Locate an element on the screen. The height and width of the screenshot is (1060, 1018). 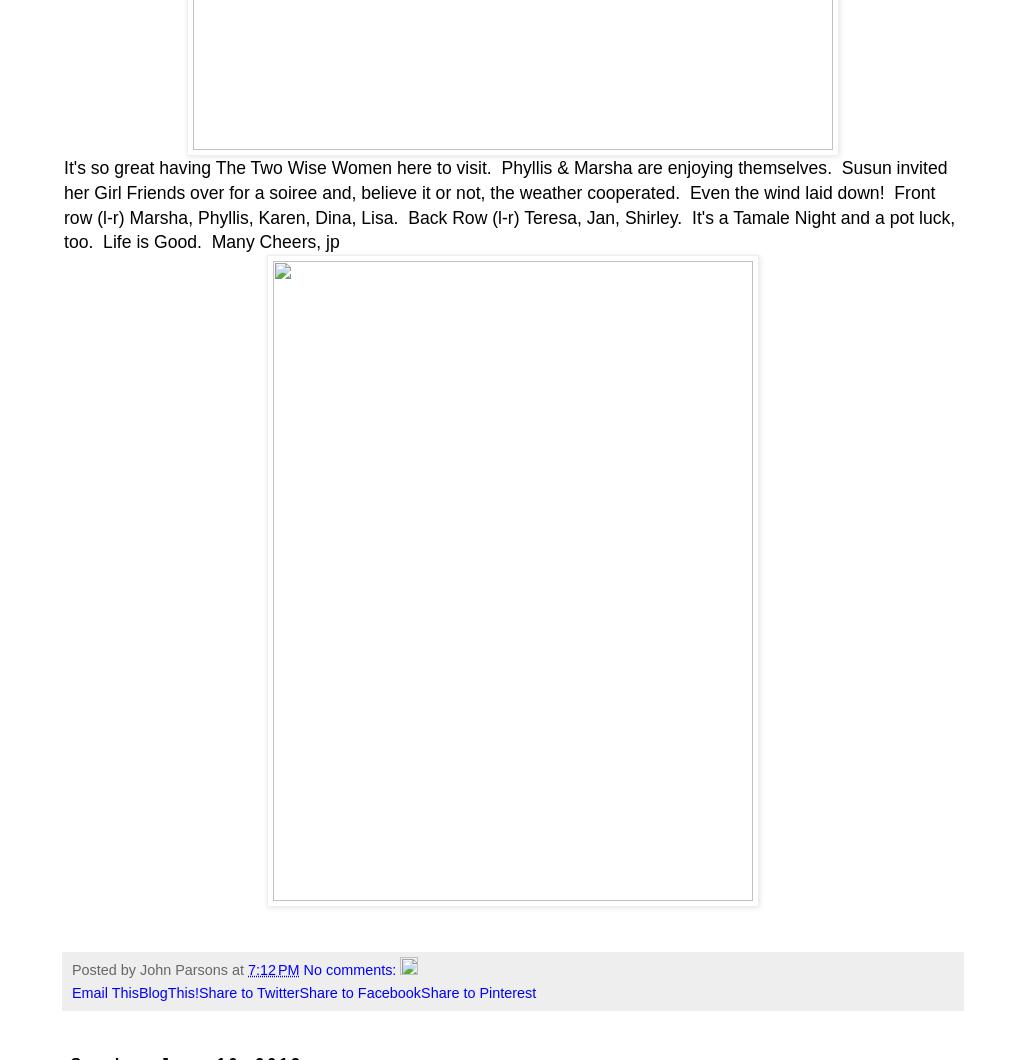
'Posted by' is located at coordinates (71, 969).